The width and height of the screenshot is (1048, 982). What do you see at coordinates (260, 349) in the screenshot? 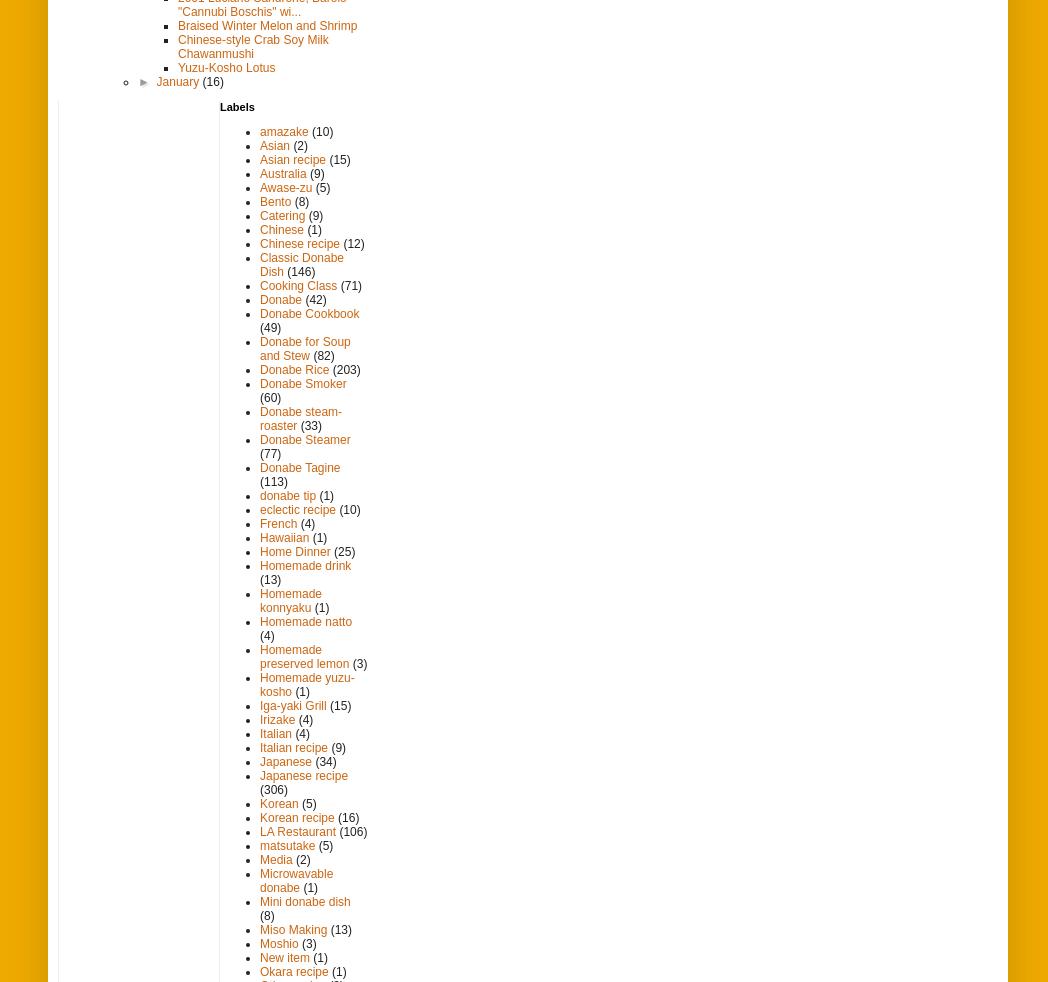
I see `'Donabe for Soup and Stew'` at bounding box center [260, 349].